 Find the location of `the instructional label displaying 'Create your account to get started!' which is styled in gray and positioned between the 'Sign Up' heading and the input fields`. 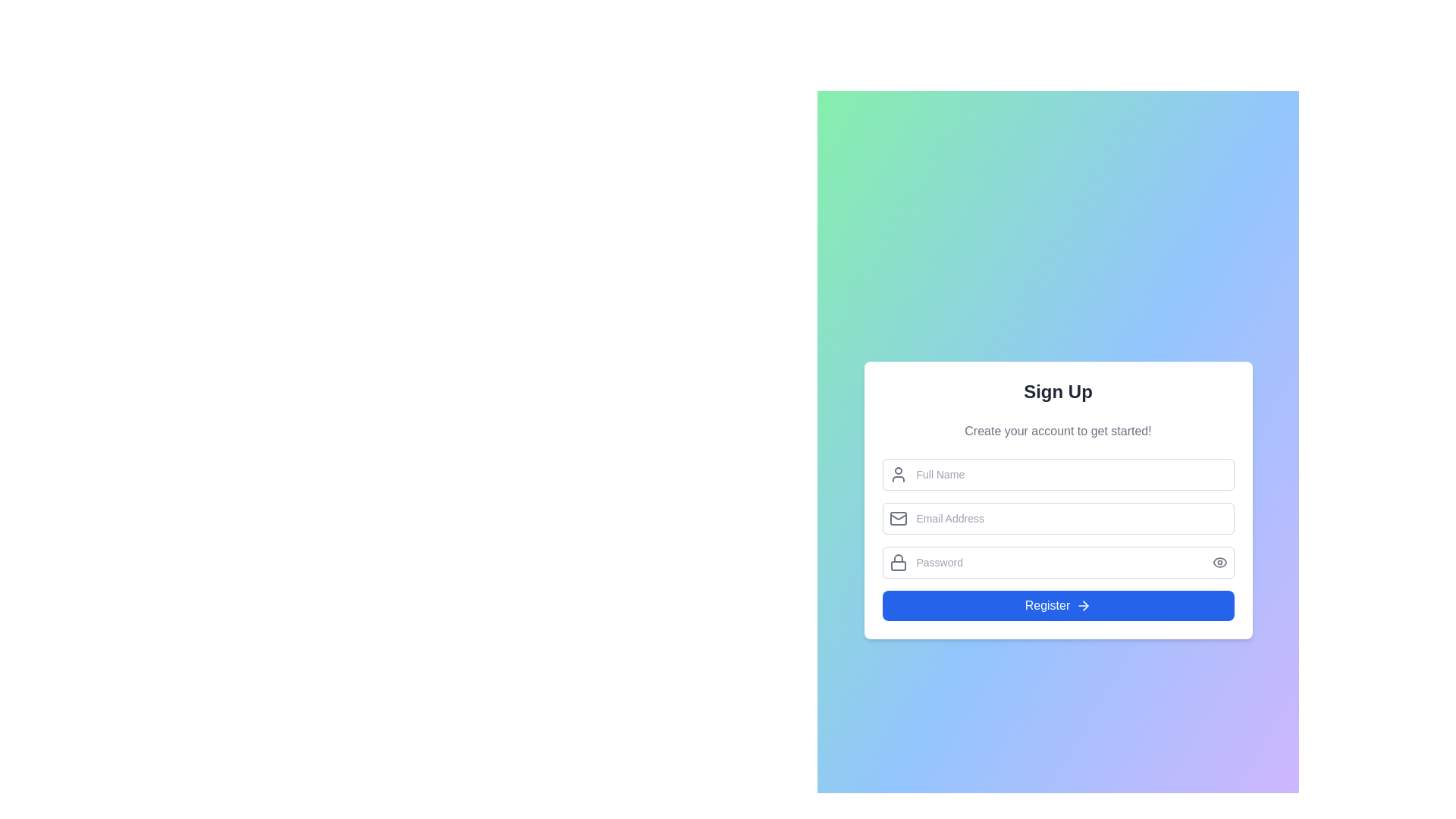

the instructional label displaying 'Create your account to get started!' which is styled in gray and positioned between the 'Sign Up' heading and the input fields is located at coordinates (1057, 431).